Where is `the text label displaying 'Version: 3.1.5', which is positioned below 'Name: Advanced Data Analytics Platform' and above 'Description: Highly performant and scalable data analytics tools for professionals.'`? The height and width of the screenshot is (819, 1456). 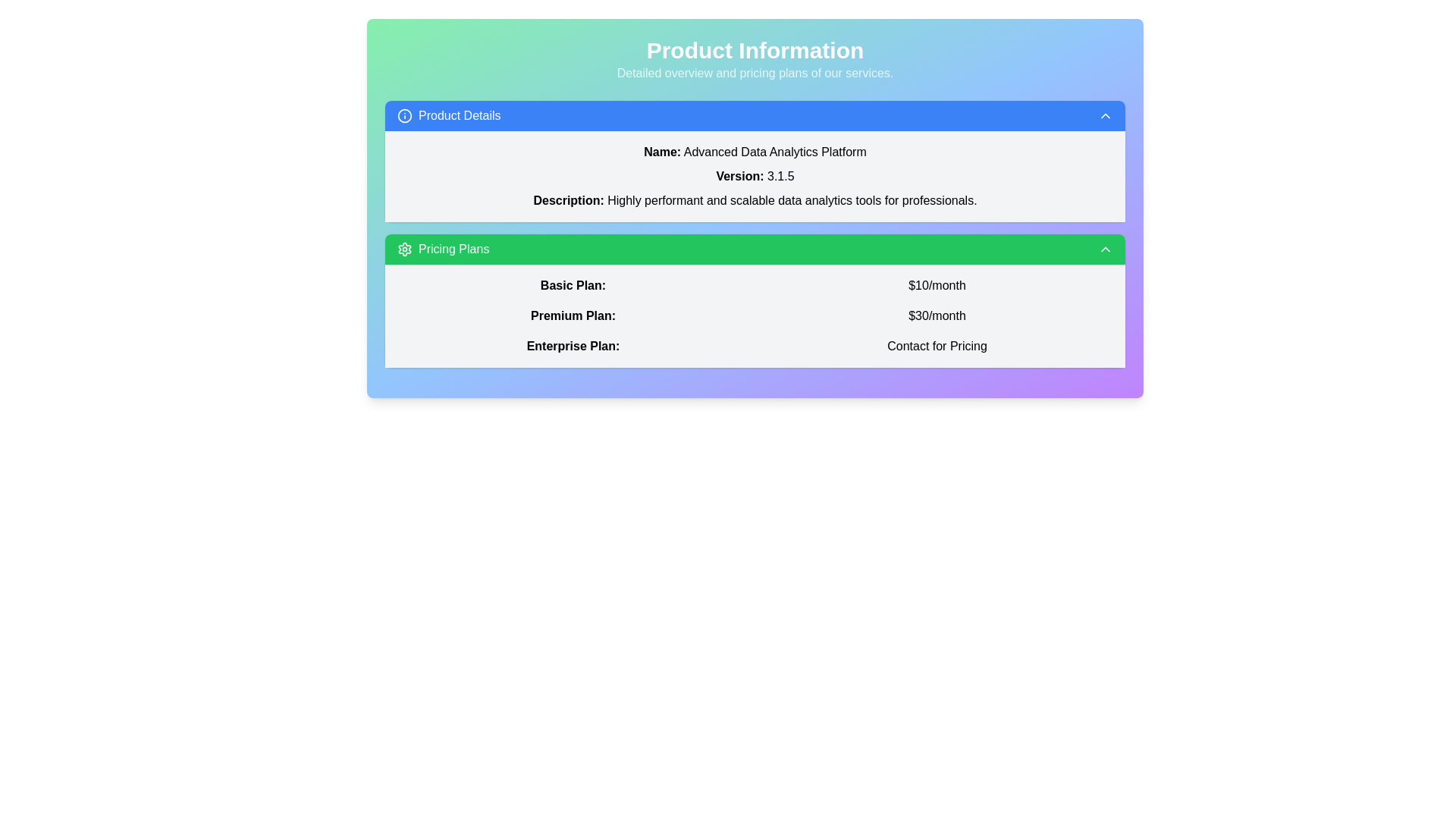
the text label displaying 'Version: 3.1.5', which is positioned below 'Name: Advanced Data Analytics Platform' and above 'Description: Highly performant and scalable data analytics tools for professionals.' is located at coordinates (755, 175).